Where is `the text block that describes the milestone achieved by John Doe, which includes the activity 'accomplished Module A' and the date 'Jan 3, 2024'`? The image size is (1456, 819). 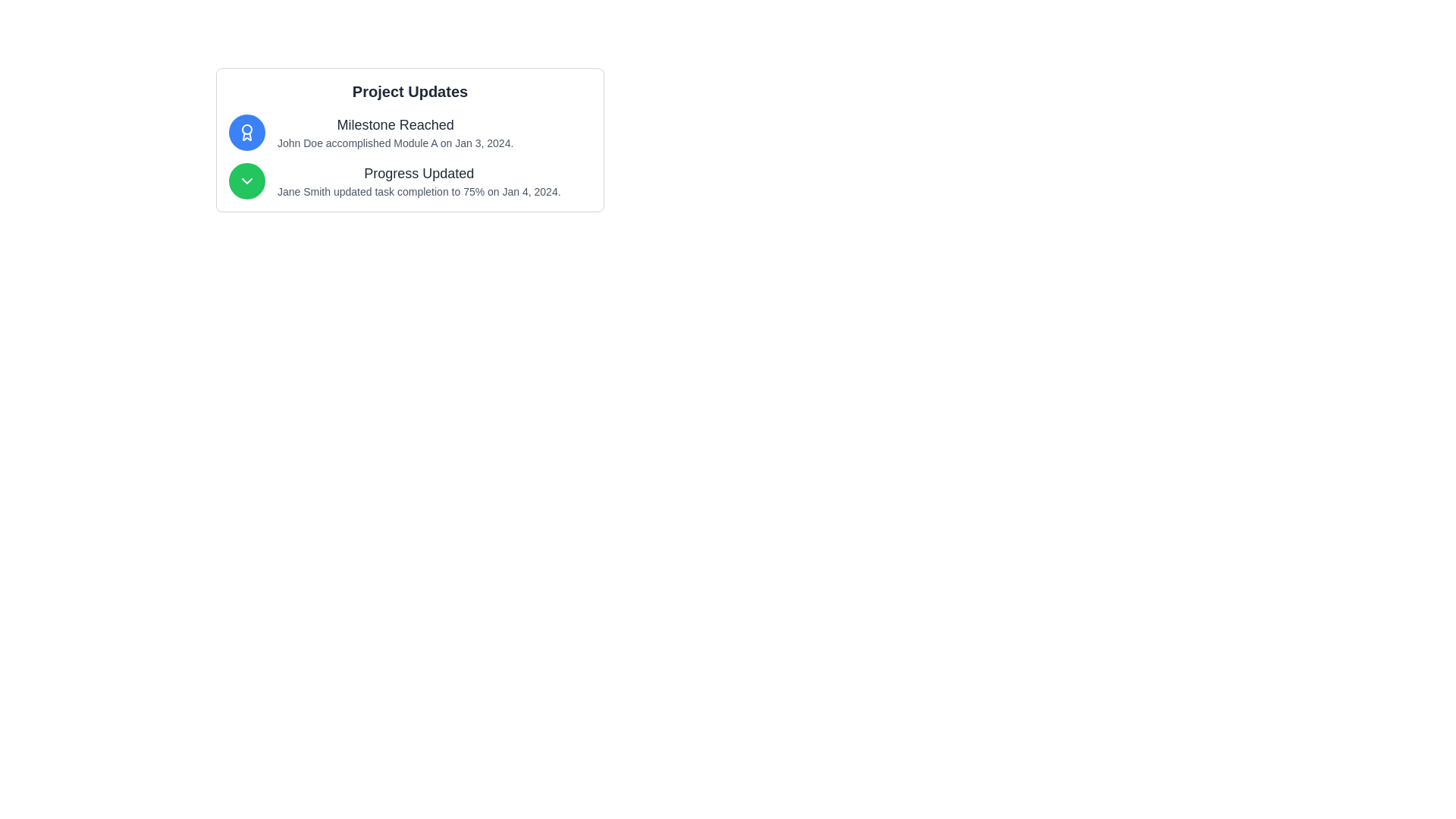 the text block that describes the milestone achieved by John Doe, which includes the activity 'accomplished Module A' and the date 'Jan 3, 2024' is located at coordinates (395, 143).